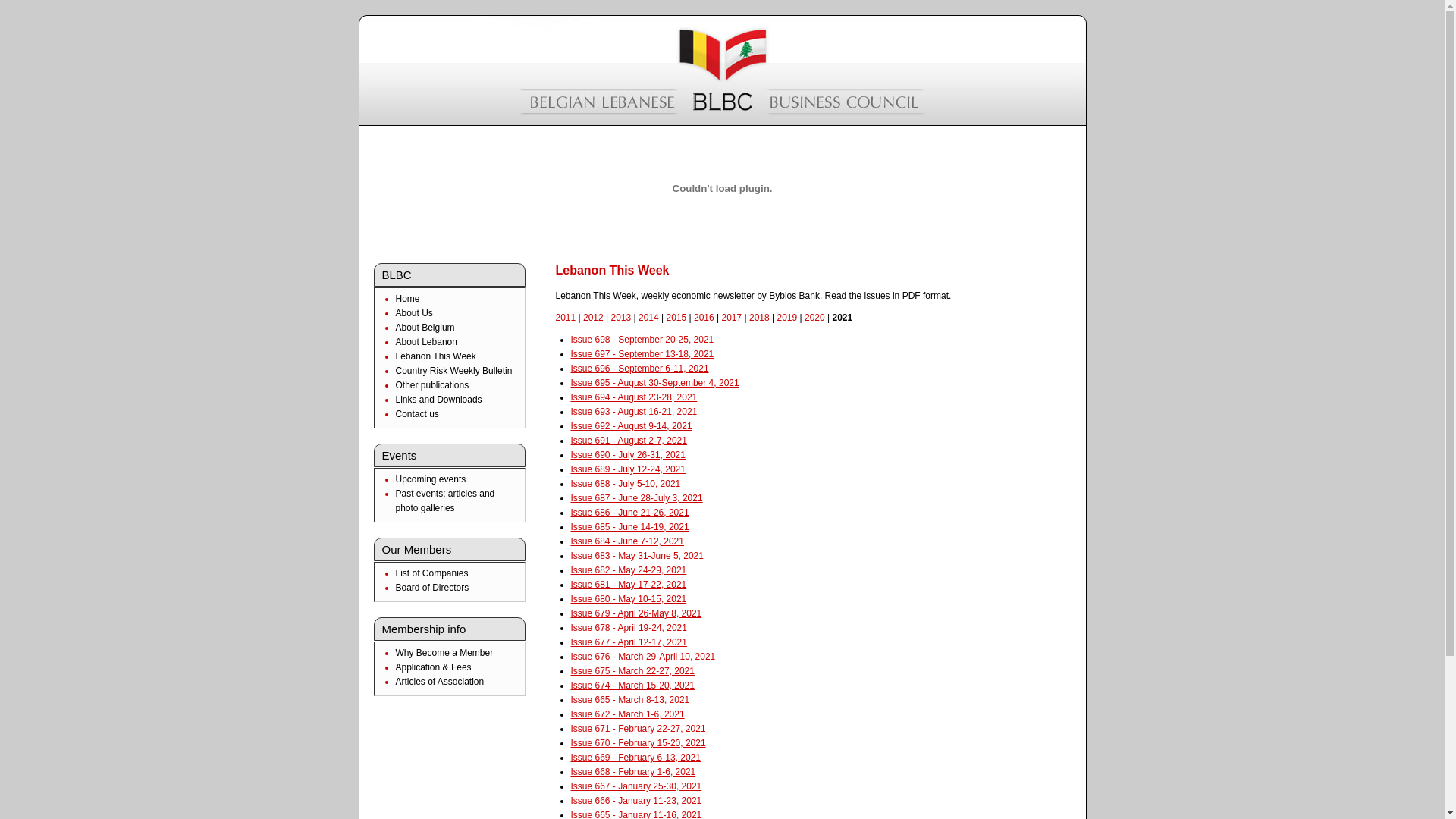 Image resolution: width=1456 pixels, height=819 pixels. Describe the element at coordinates (628, 570) in the screenshot. I see `'Issue 682 - May 24-29, 2021'` at that location.